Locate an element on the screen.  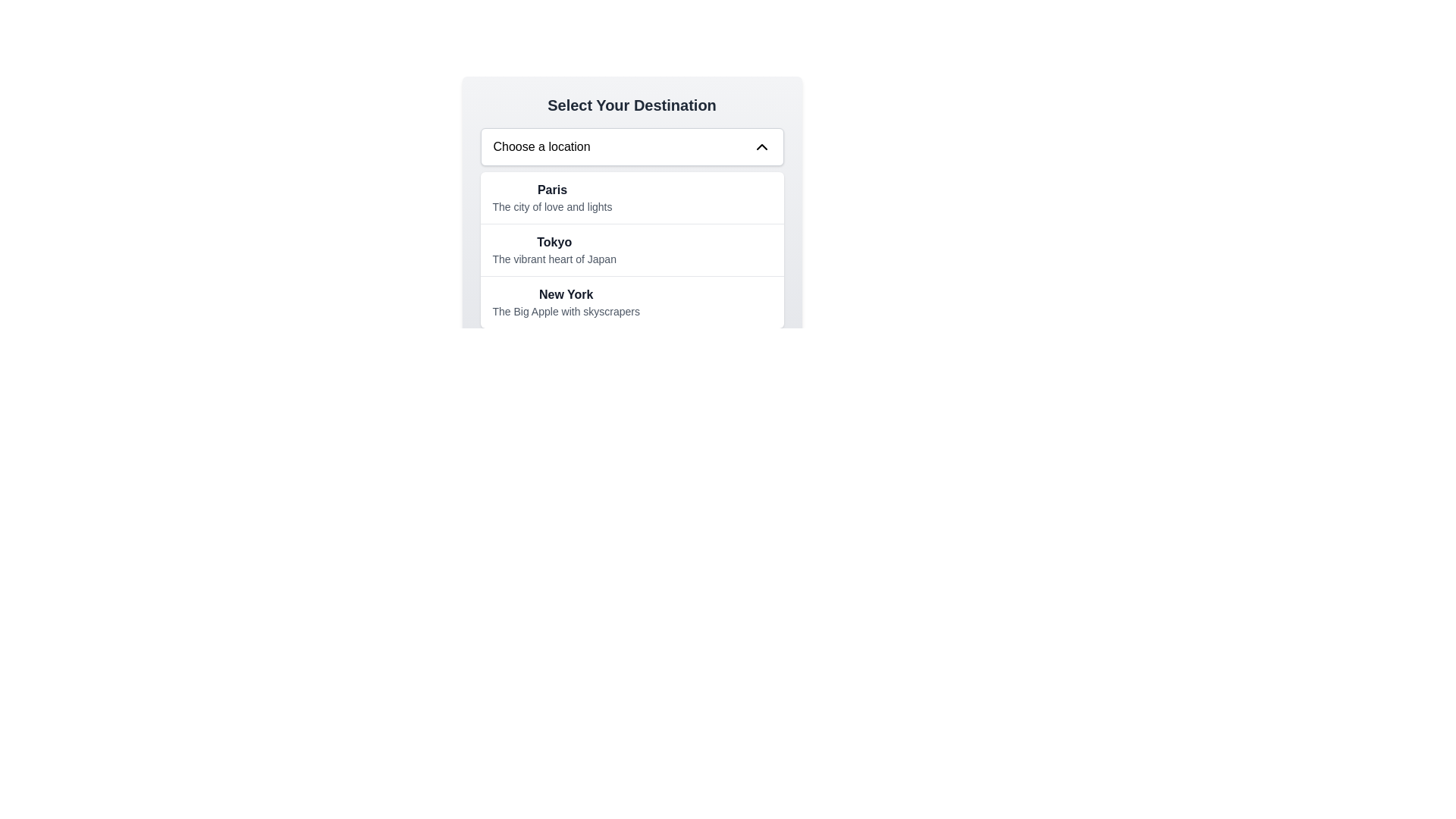
on the list item labeled 'New York' within the dropdown menu is located at coordinates (565, 302).